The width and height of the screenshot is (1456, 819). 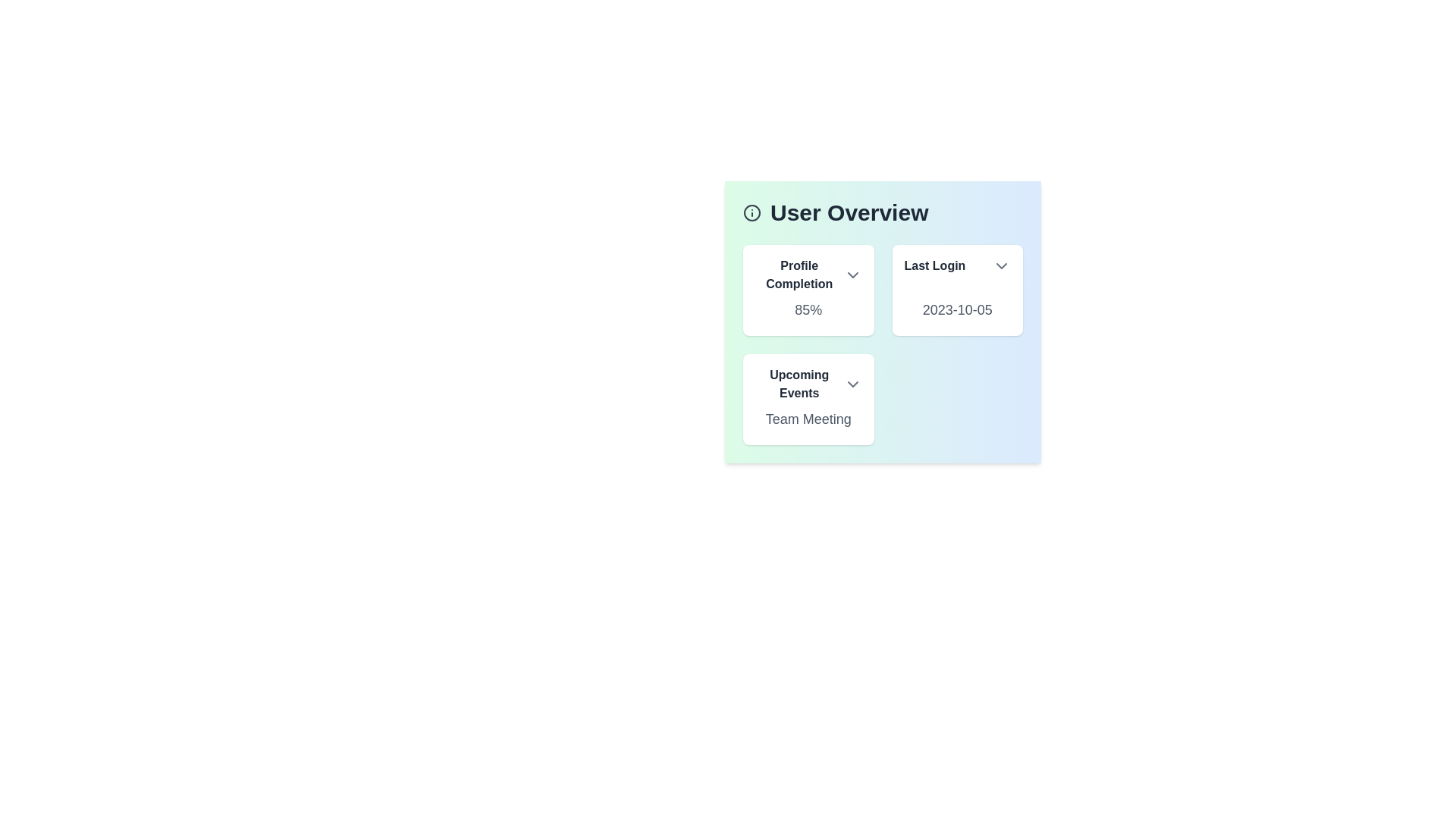 What do you see at coordinates (808, 399) in the screenshot?
I see `the informational card displaying the upcoming event 'Team Meeting' located in the lower-left section under the 'User Overview' heading` at bounding box center [808, 399].